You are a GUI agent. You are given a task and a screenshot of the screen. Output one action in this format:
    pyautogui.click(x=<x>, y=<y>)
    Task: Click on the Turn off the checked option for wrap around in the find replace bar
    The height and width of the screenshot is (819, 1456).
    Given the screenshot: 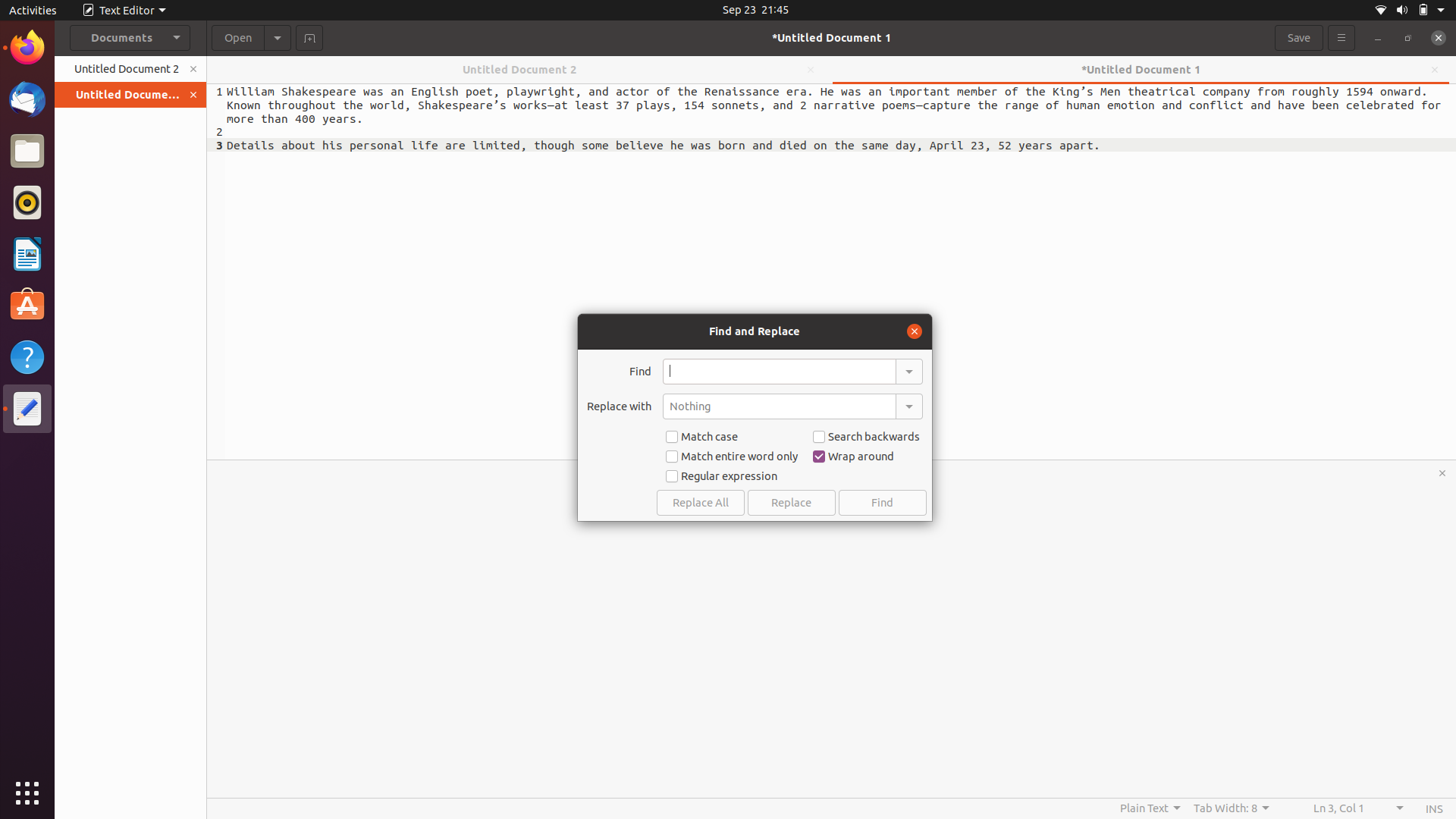 What is the action you would take?
    pyautogui.click(x=855, y=456)
    